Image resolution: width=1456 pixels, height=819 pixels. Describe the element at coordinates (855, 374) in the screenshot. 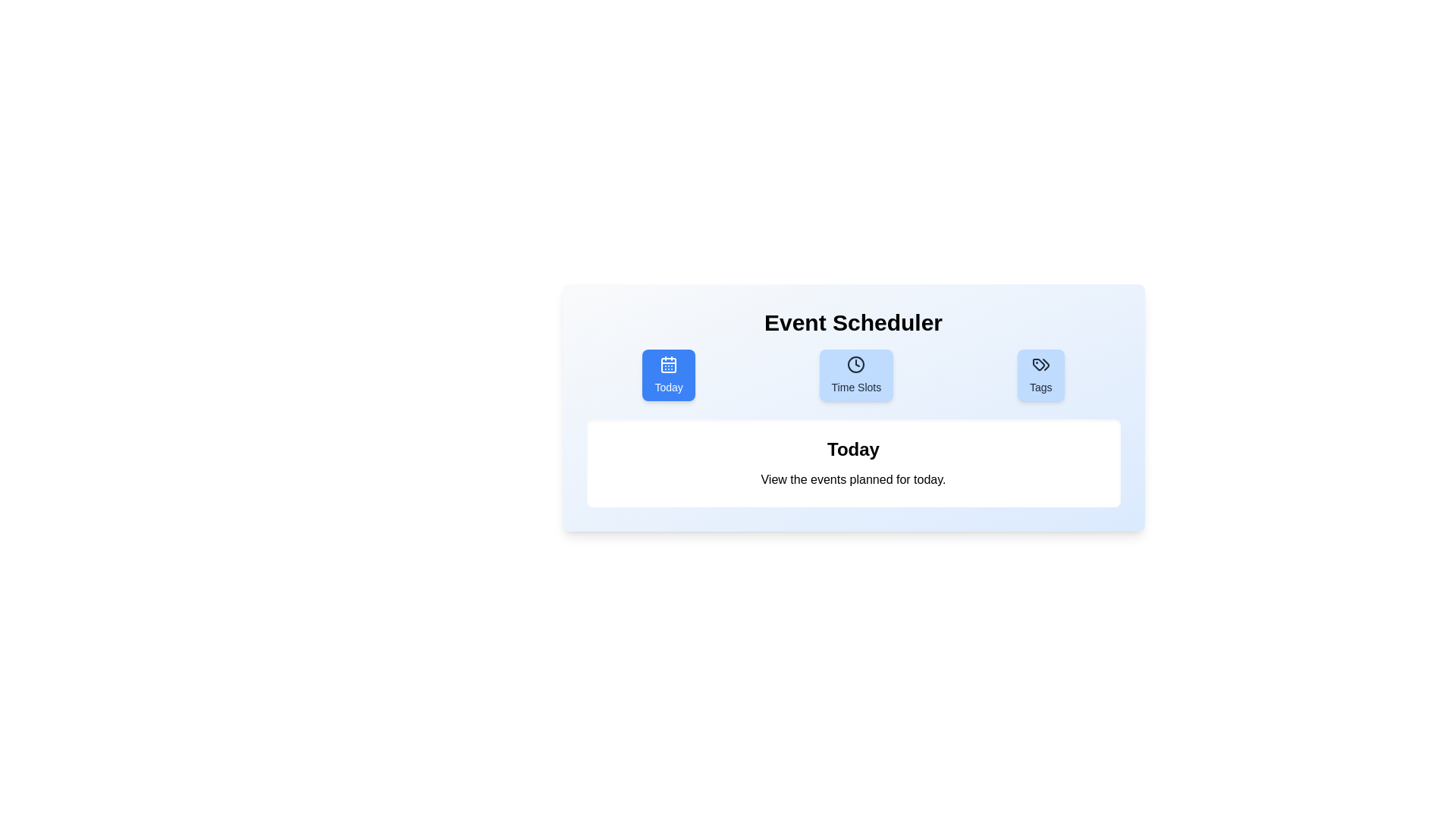

I see `the tab button labeled Time Slots` at that location.